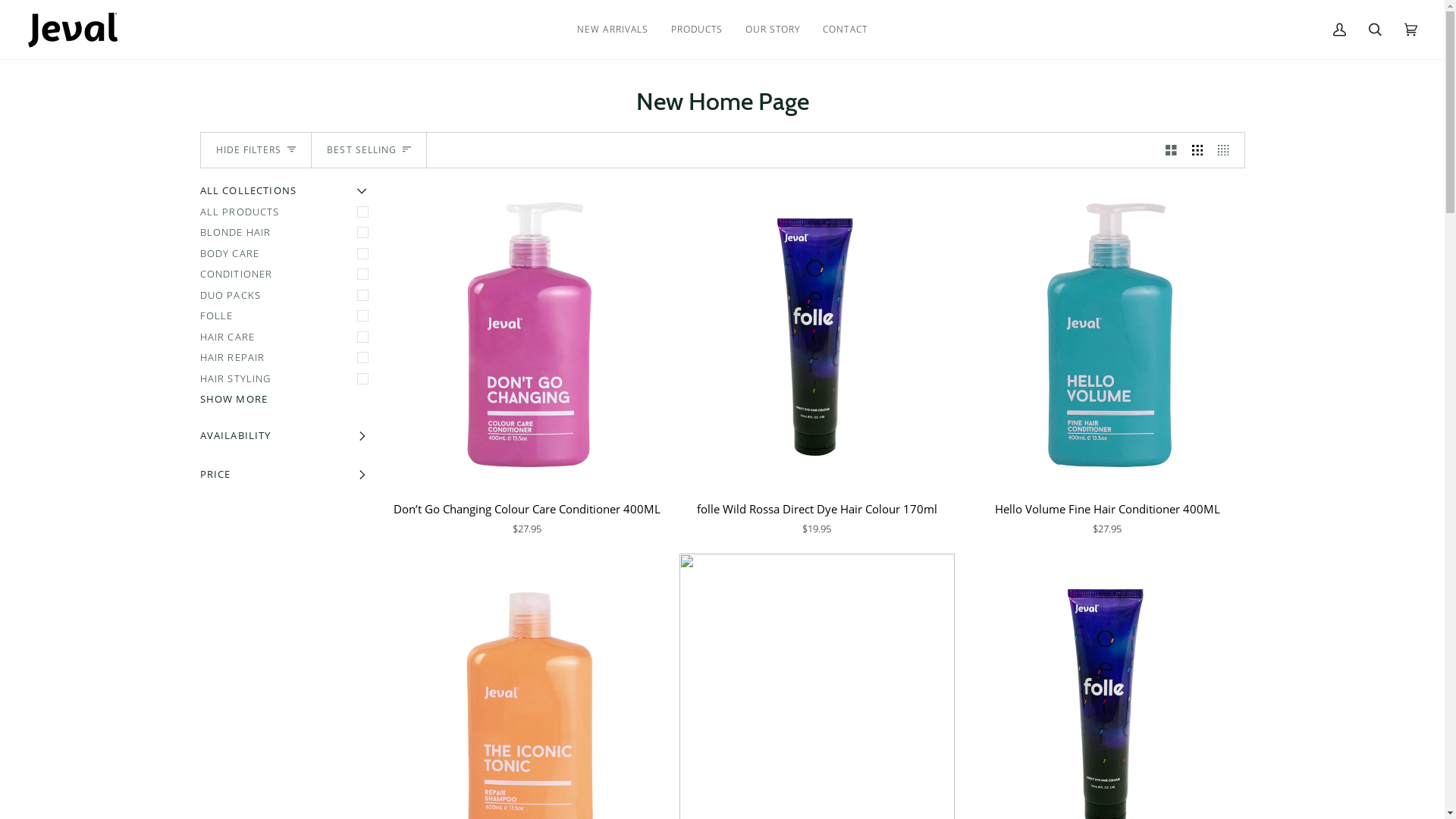  I want to click on 'HAIR CARE', so click(287, 336).